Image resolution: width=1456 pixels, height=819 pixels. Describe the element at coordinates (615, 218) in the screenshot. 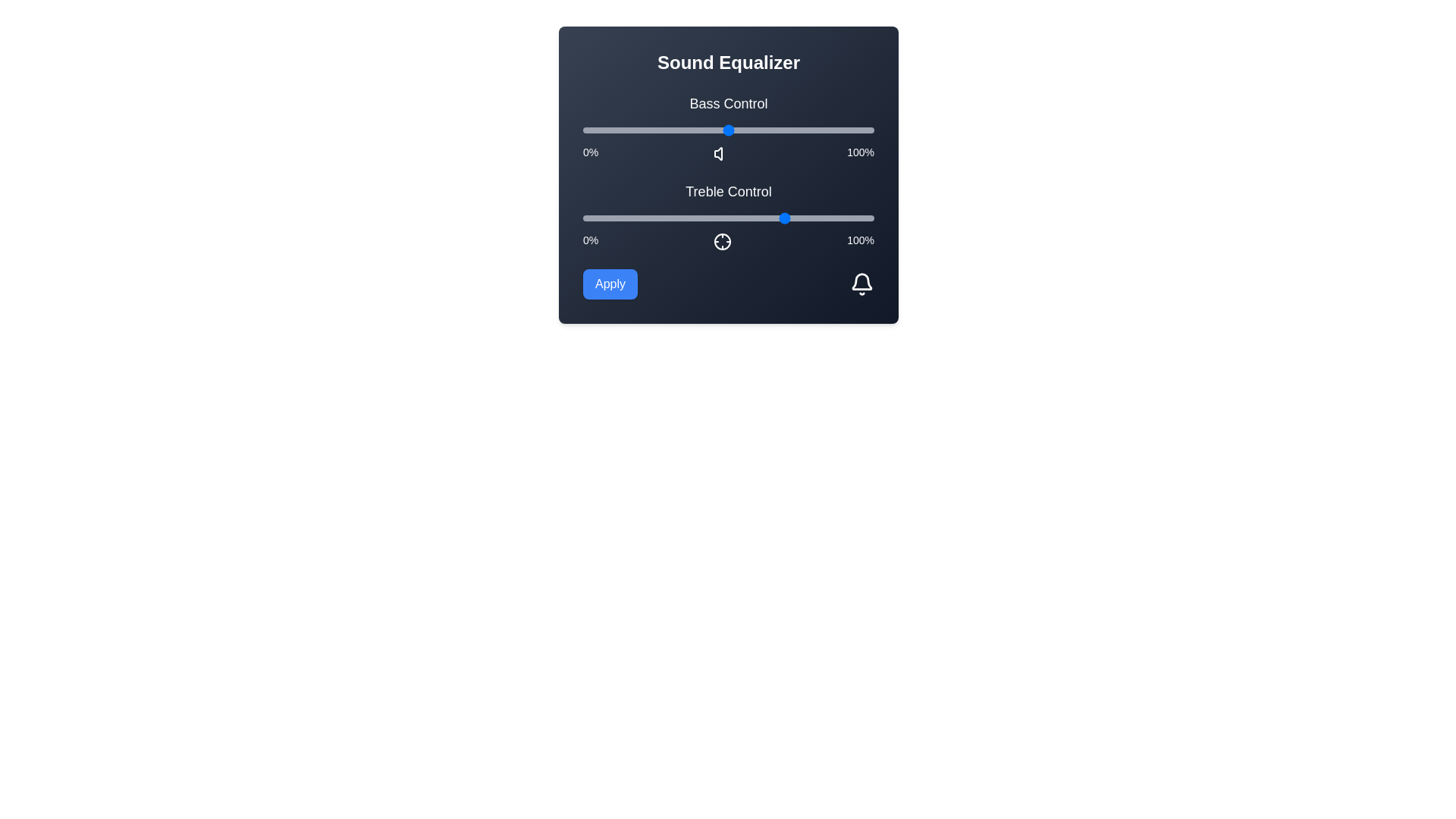

I see `the treble slider to 11%` at that location.